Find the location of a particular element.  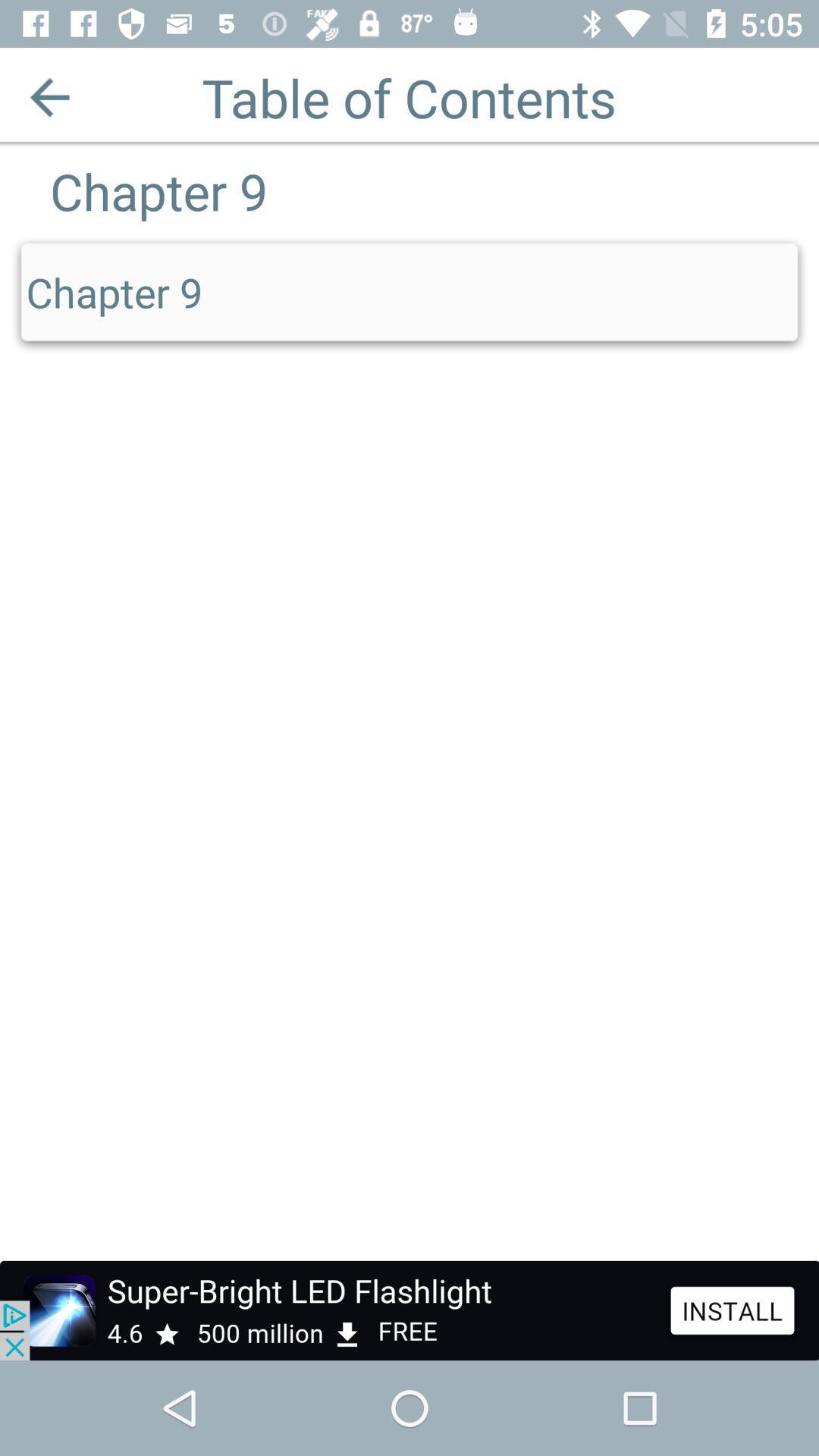

advertisement is located at coordinates (409, 1310).